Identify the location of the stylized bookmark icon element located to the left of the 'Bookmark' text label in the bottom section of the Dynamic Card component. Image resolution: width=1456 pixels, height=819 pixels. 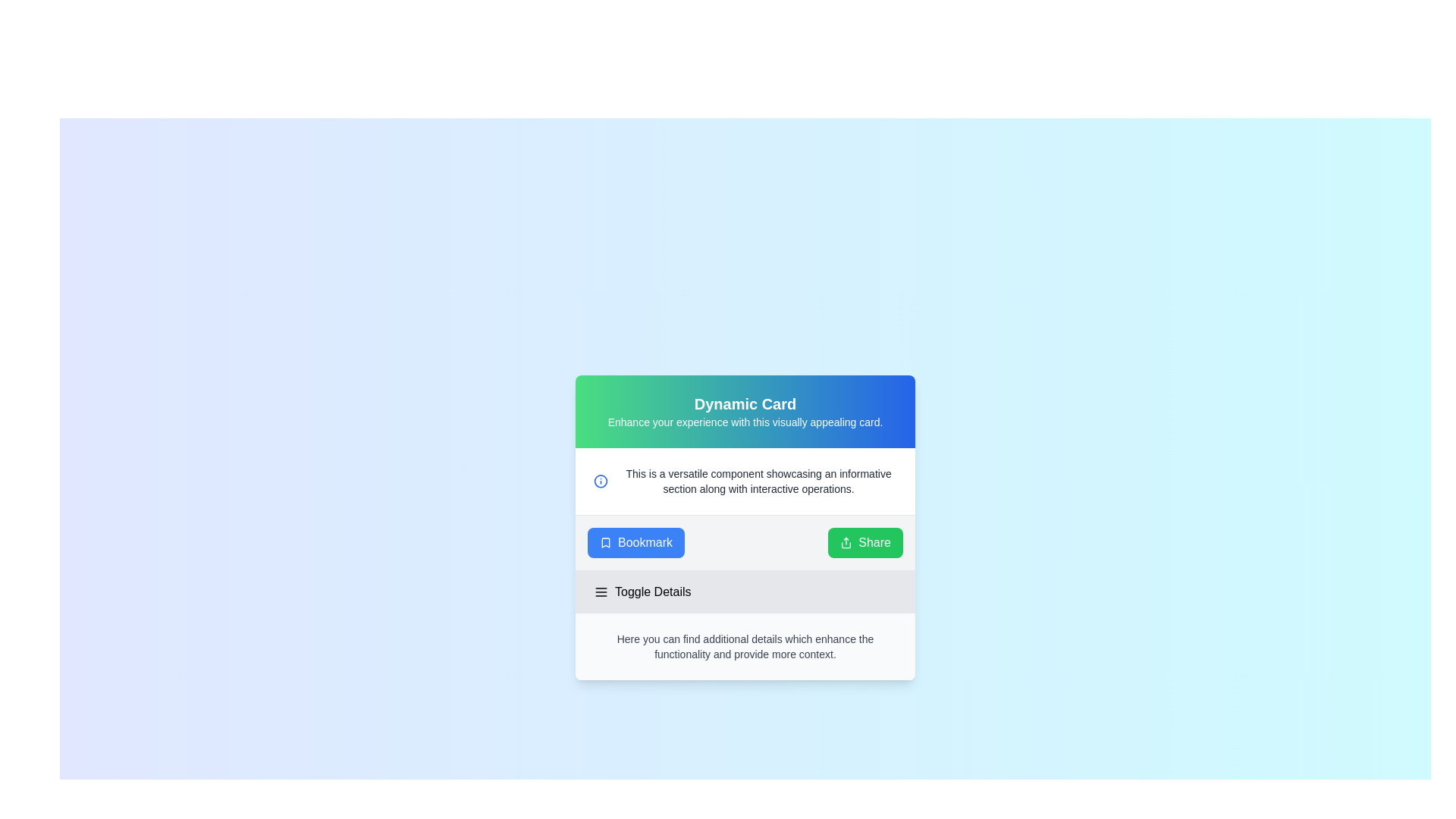
(604, 542).